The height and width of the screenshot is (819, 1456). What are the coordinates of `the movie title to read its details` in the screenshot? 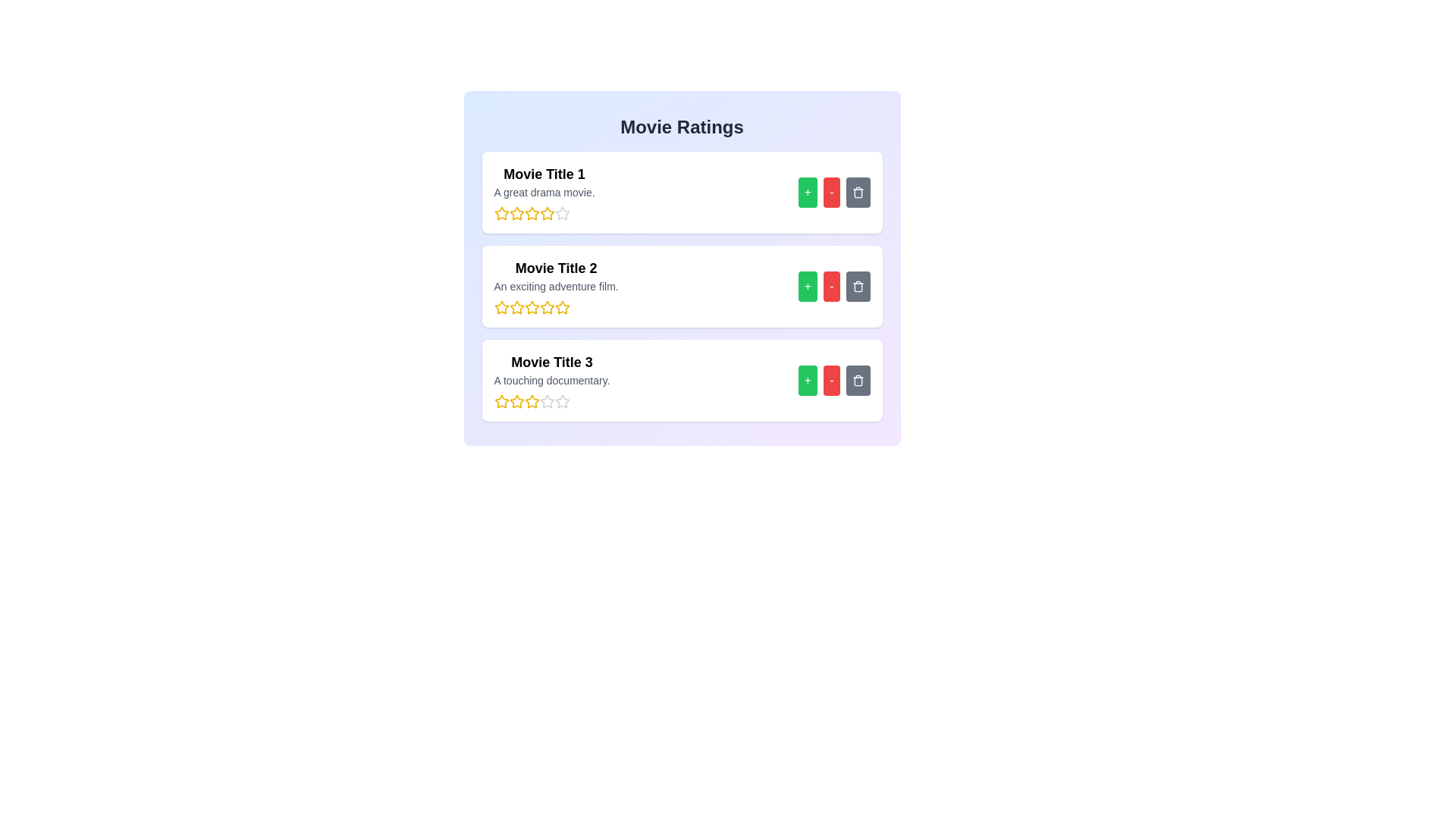 It's located at (544, 174).